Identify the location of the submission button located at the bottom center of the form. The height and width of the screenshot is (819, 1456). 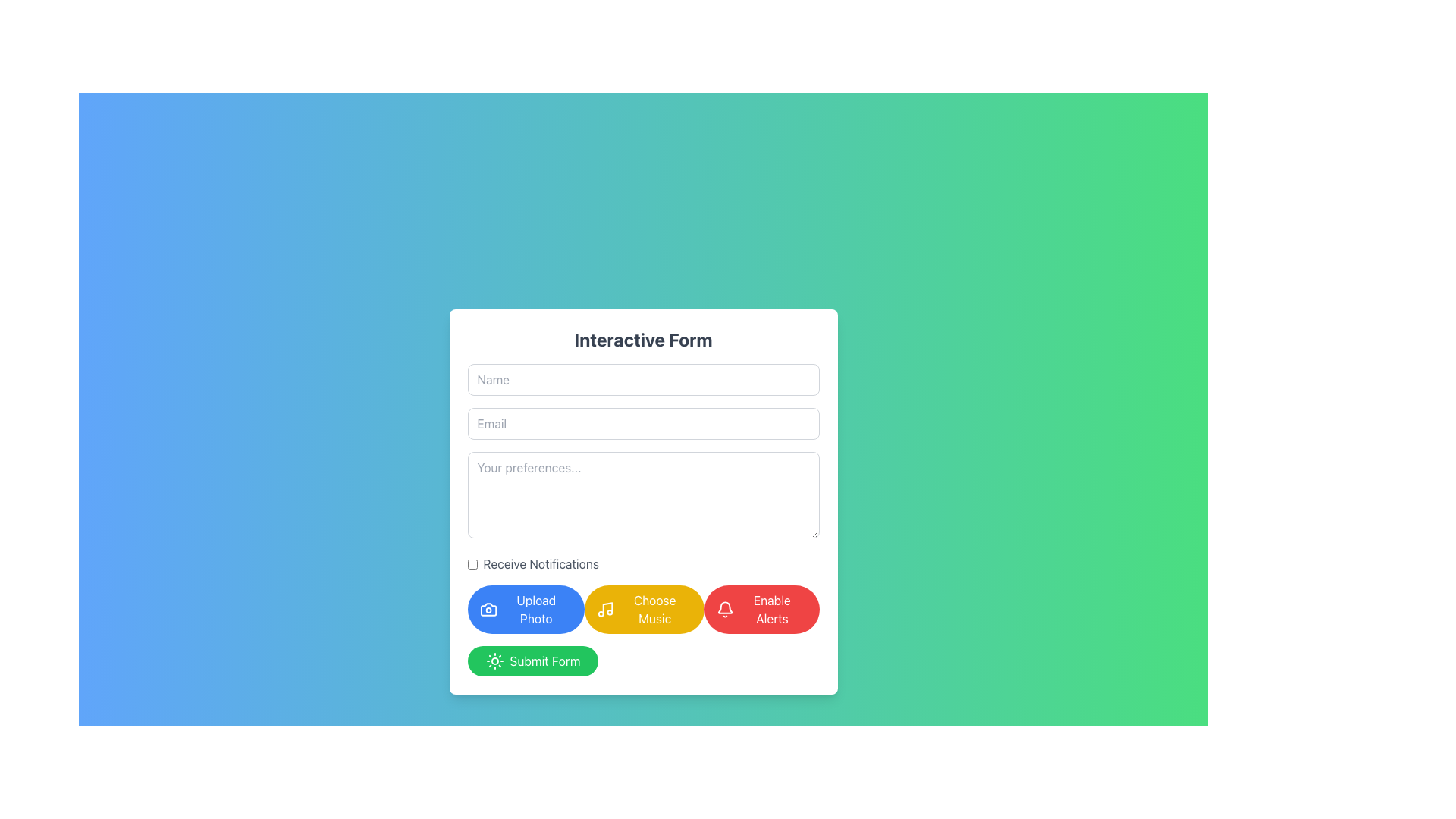
(532, 660).